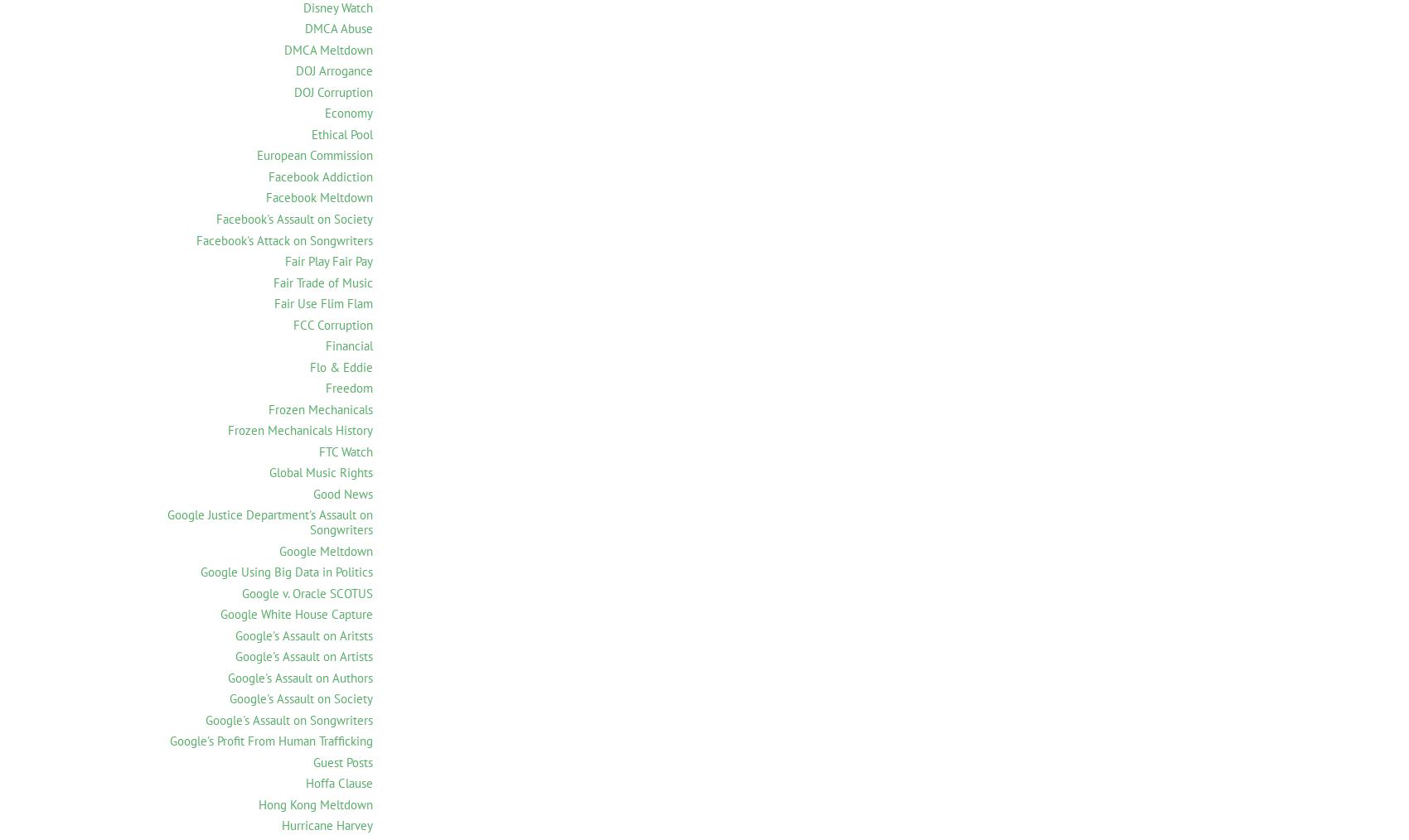  I want to click on 'Facebook Meltdown', so click(318, 196).